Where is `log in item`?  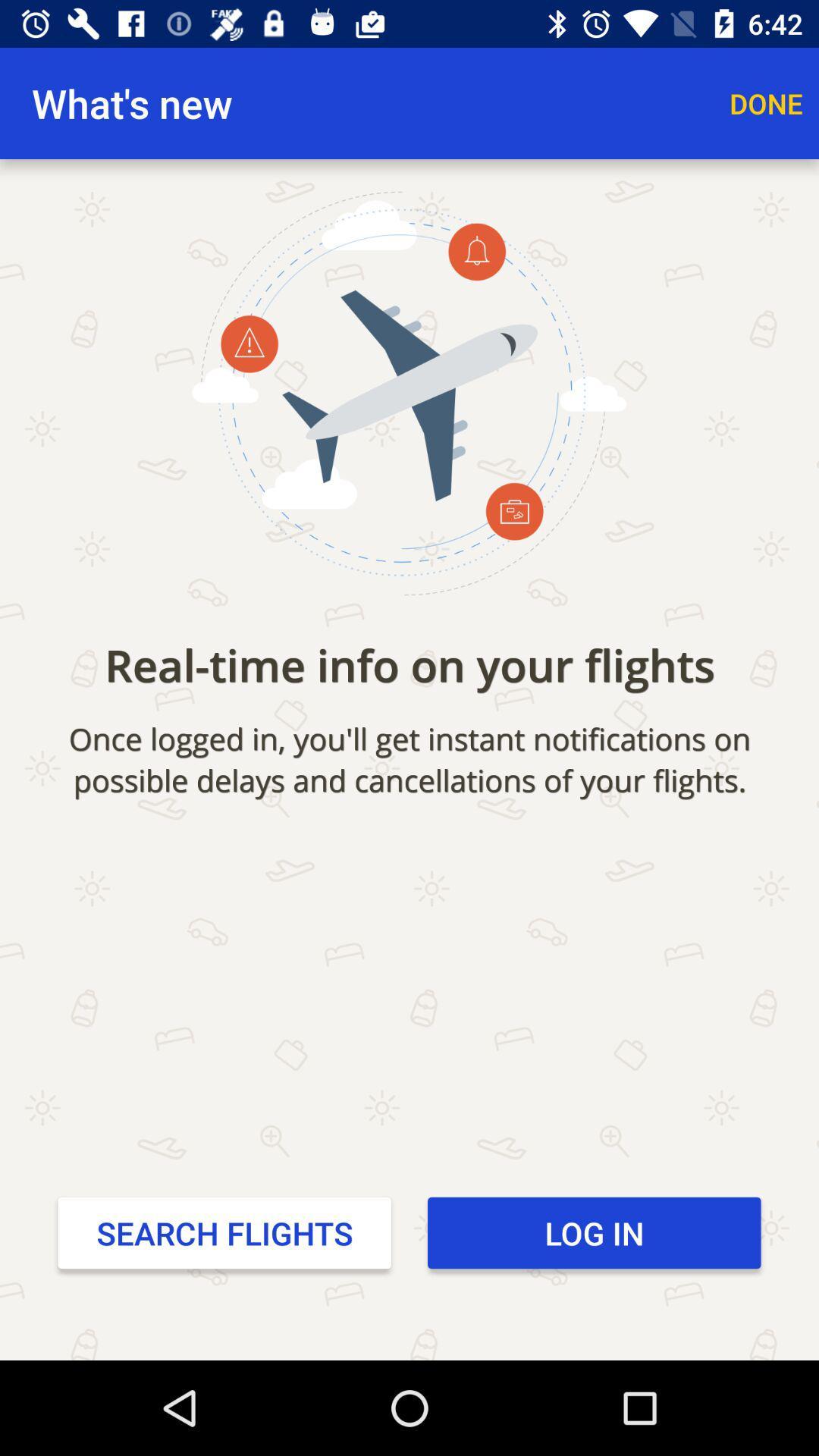
log in item is located at coordinates (593, 1233).